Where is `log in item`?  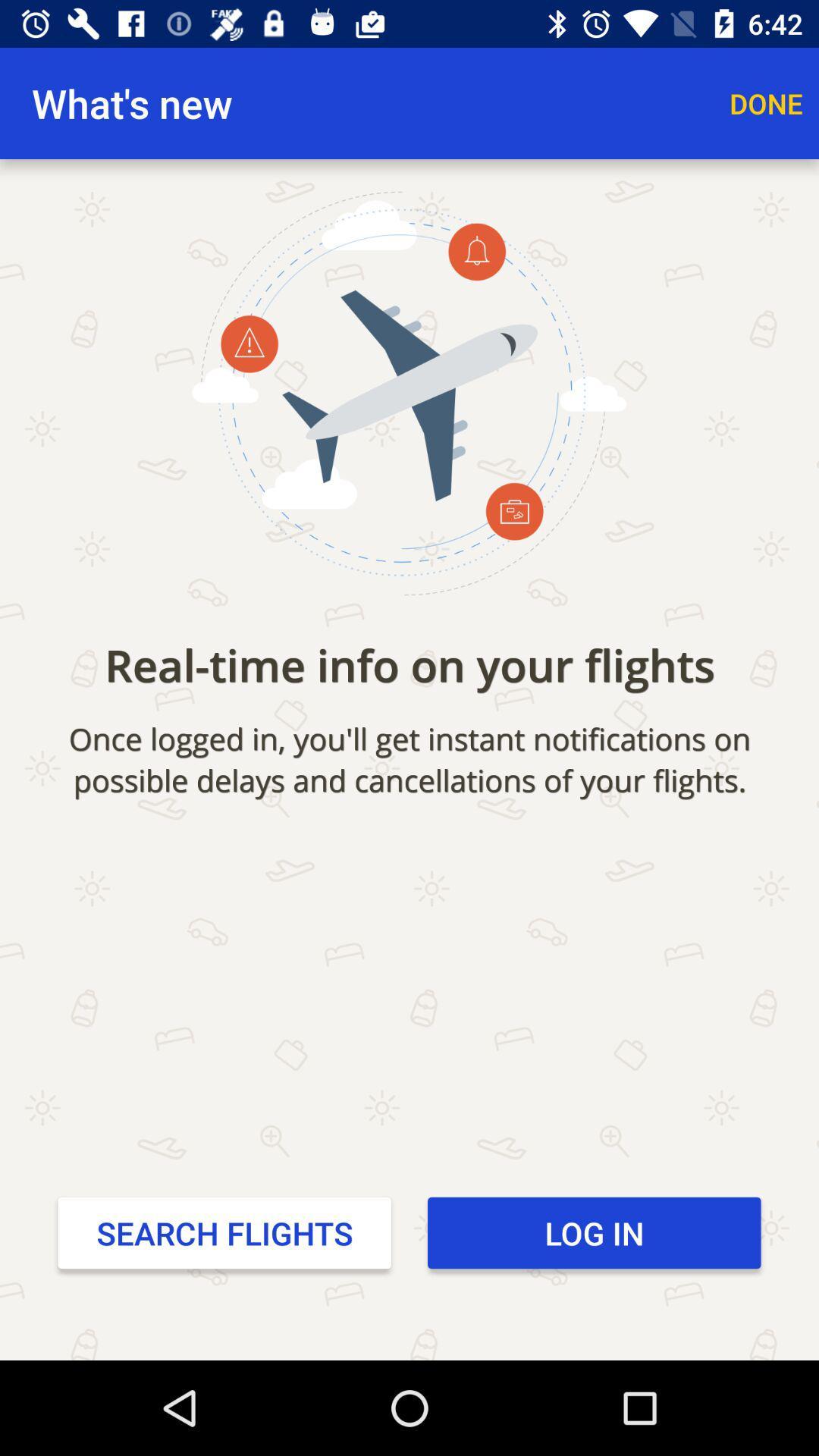
log in item is located at coordinates (593, 1233).